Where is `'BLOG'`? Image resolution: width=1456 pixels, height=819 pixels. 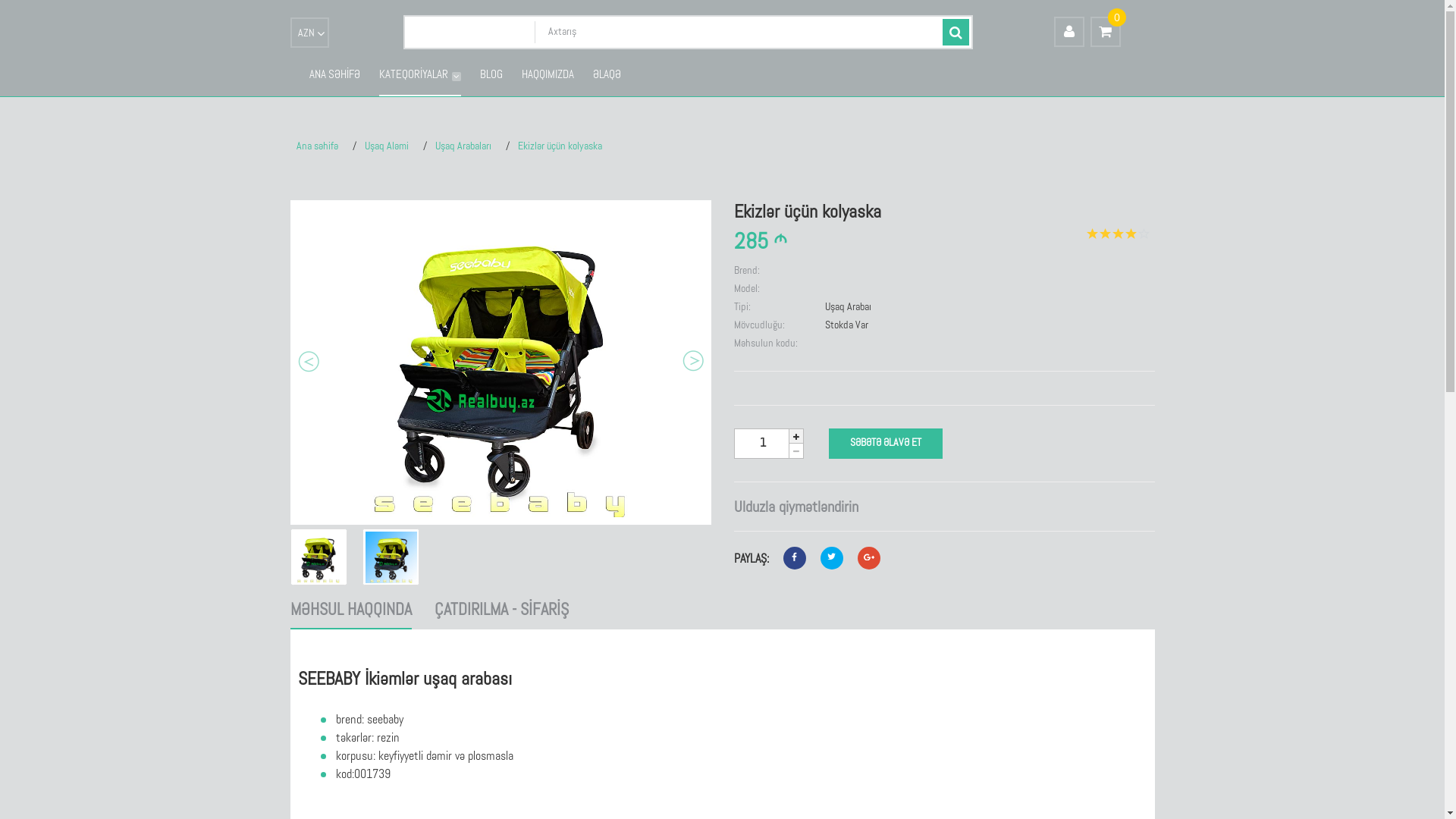
'BLOG' is located at coordinates (479, 76).